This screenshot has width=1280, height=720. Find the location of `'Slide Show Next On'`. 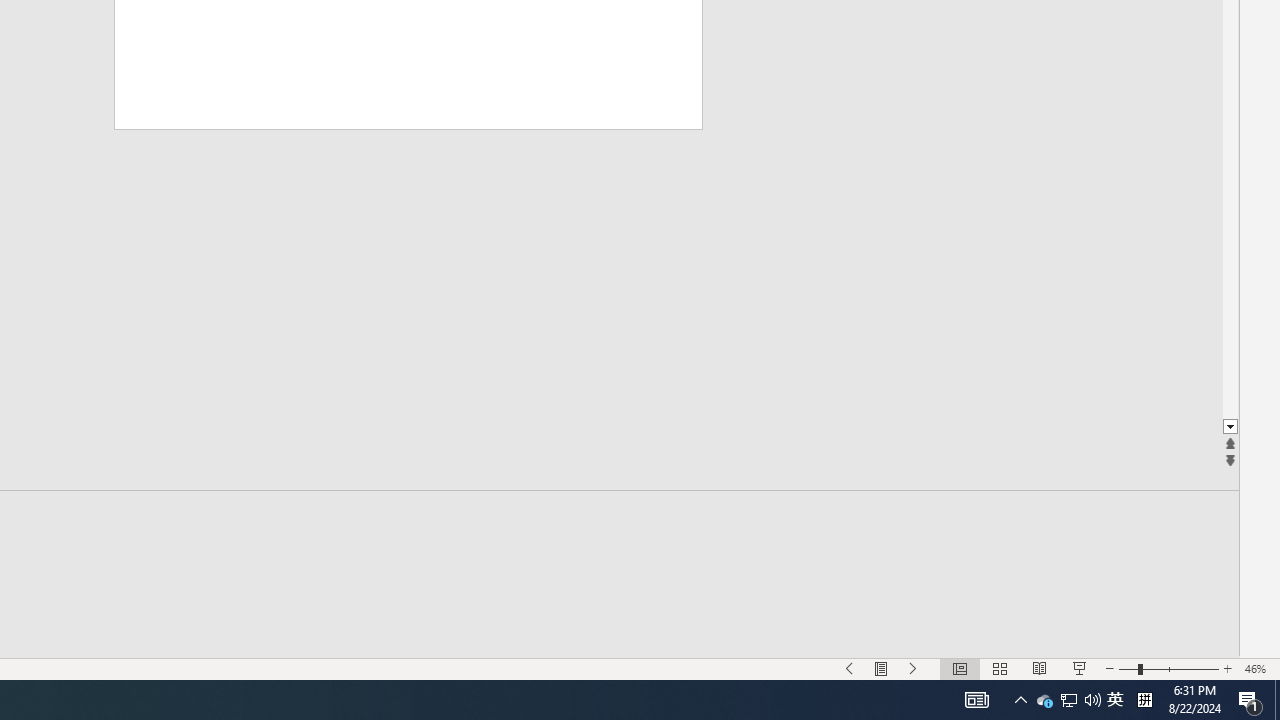

'Slide Show Next On' is located at coordinates (913, 669).